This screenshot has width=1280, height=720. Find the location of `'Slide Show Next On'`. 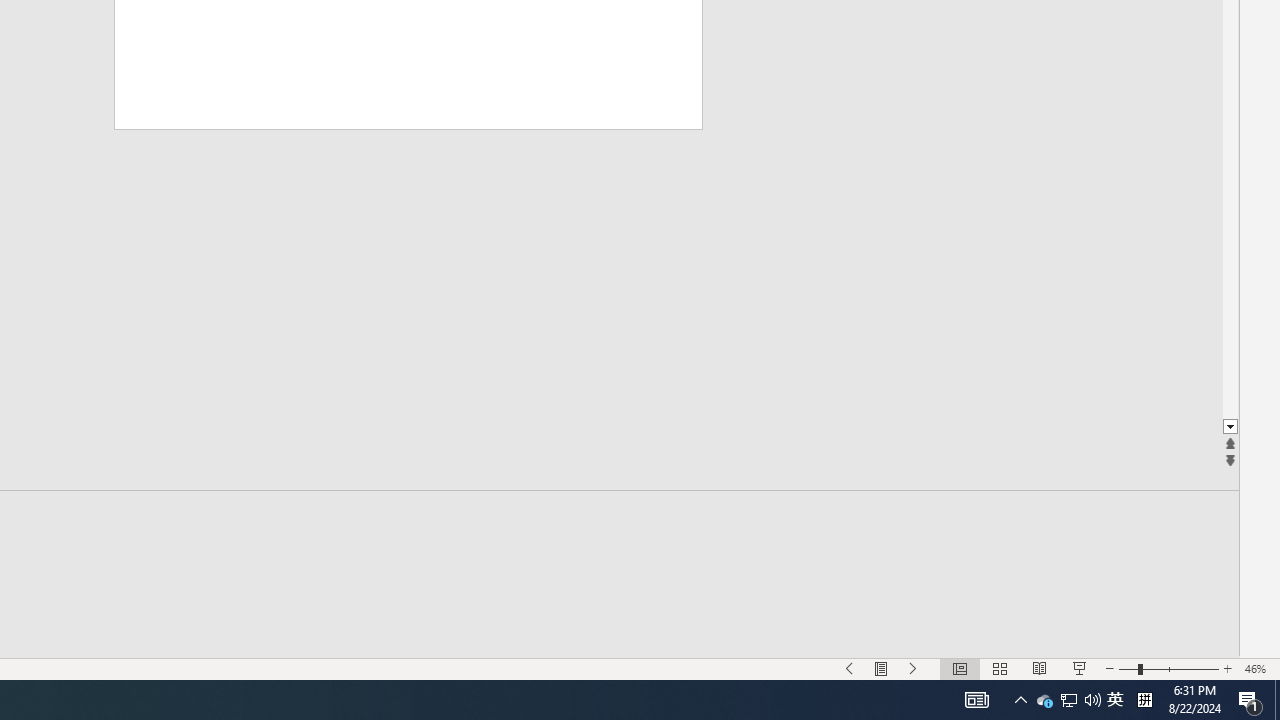

'Slide Show Next On' is located at coordinates (913, 669).